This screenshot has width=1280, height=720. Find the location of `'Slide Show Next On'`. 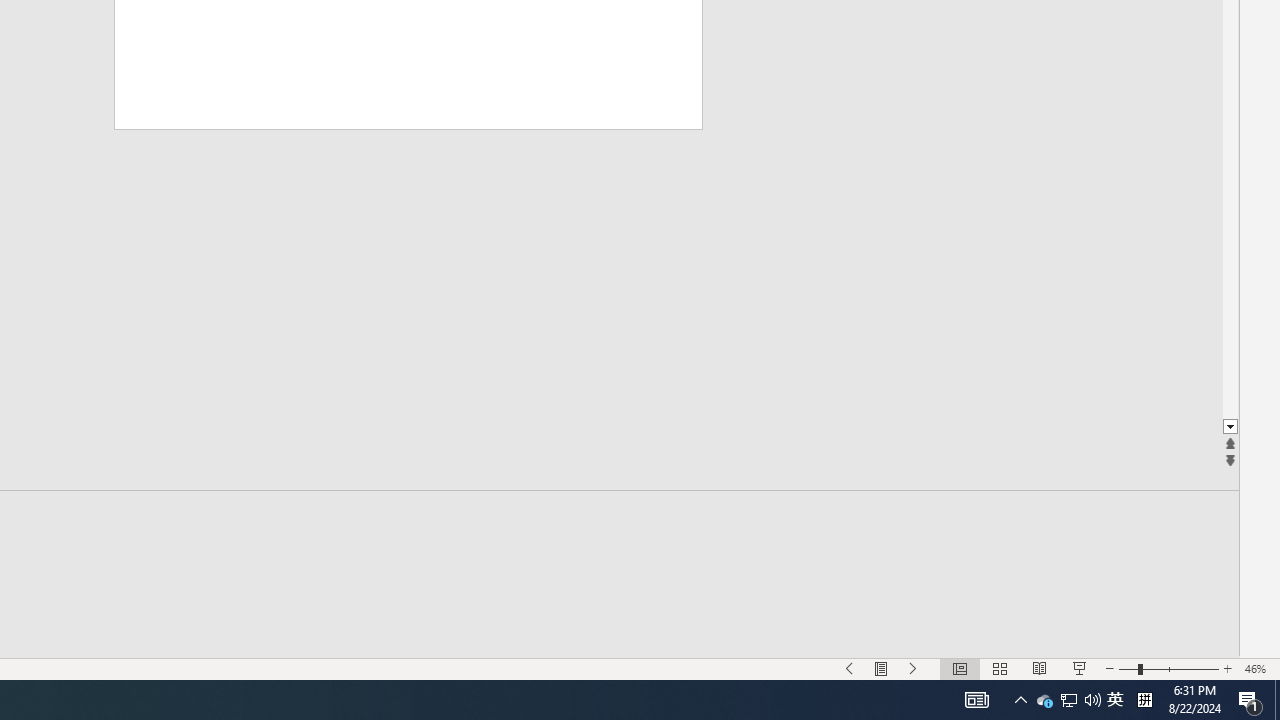

'Slide Show Next On' is located at coordinates (913, 669).